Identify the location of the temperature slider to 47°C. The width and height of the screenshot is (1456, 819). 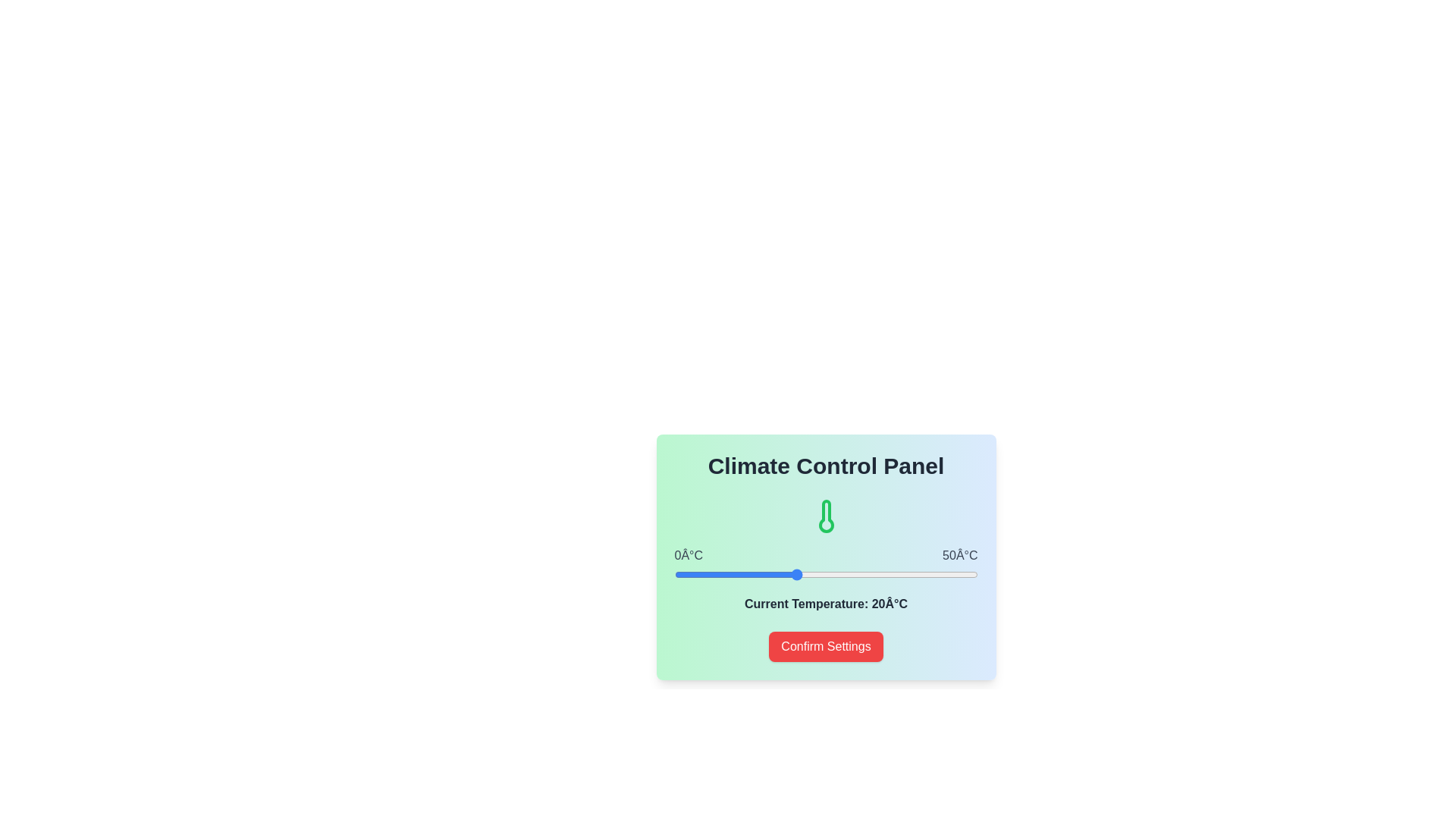
(959, 575).